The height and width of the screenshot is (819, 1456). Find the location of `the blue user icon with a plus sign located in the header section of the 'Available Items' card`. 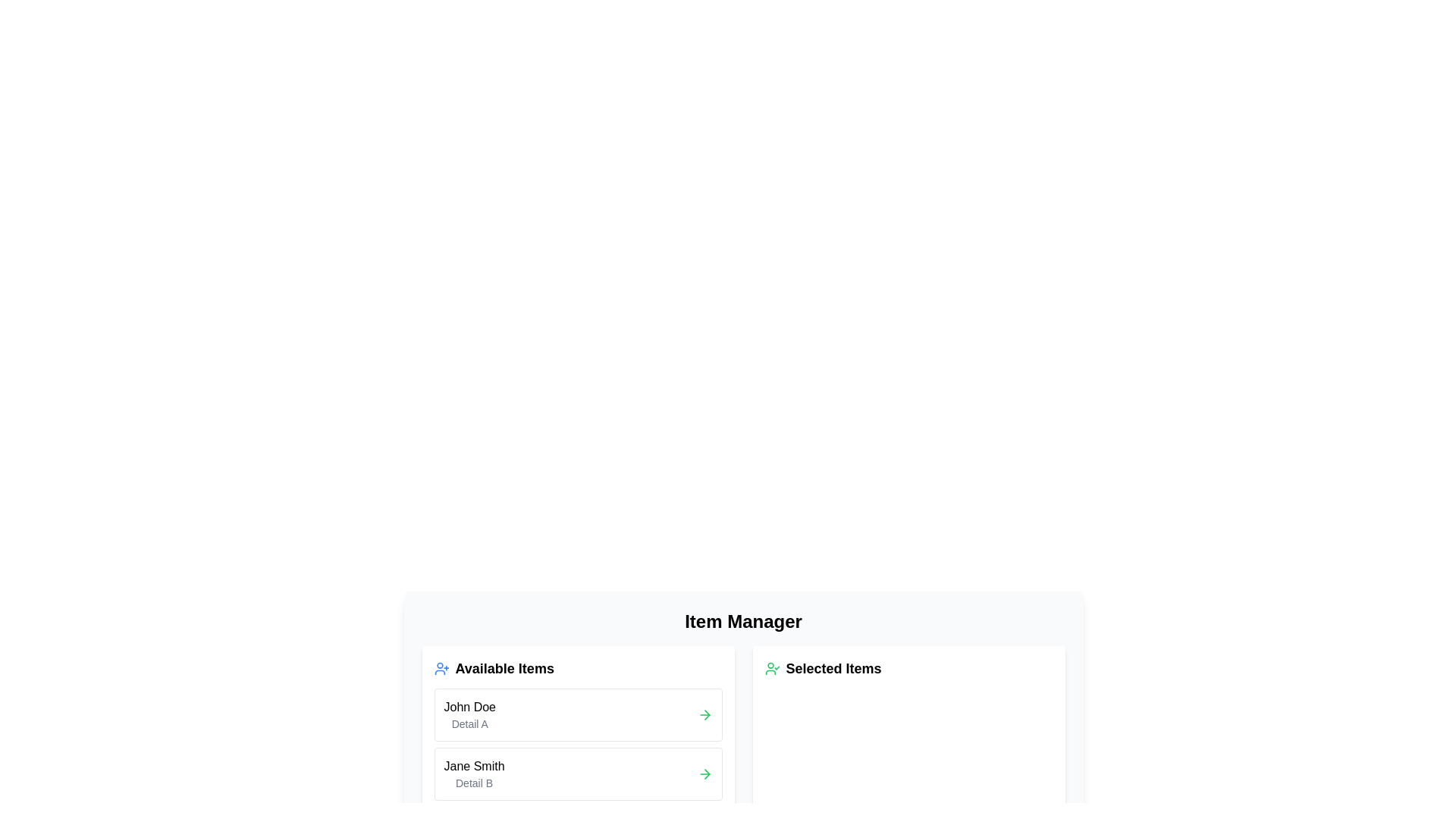

the blue user icon with a plus sign located in the header section of the 'Available Items' card is located at coordinates (441, 668).